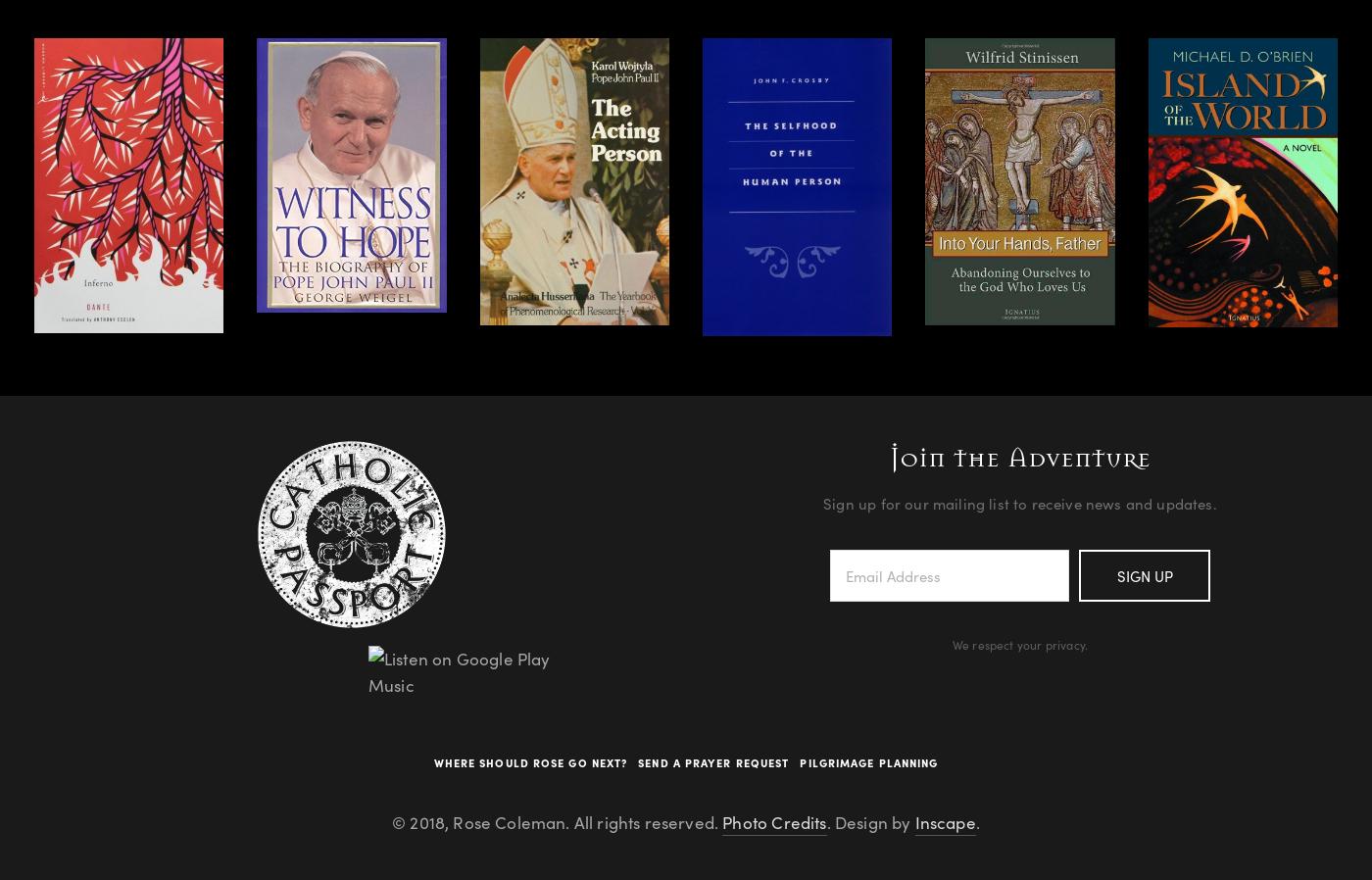 Image resolution: width=1372 pixels, height=880 pixels. Describe the element at coordinates (529, 761) in the screenshot. I see `'Where should Rose go next?'` at that location.